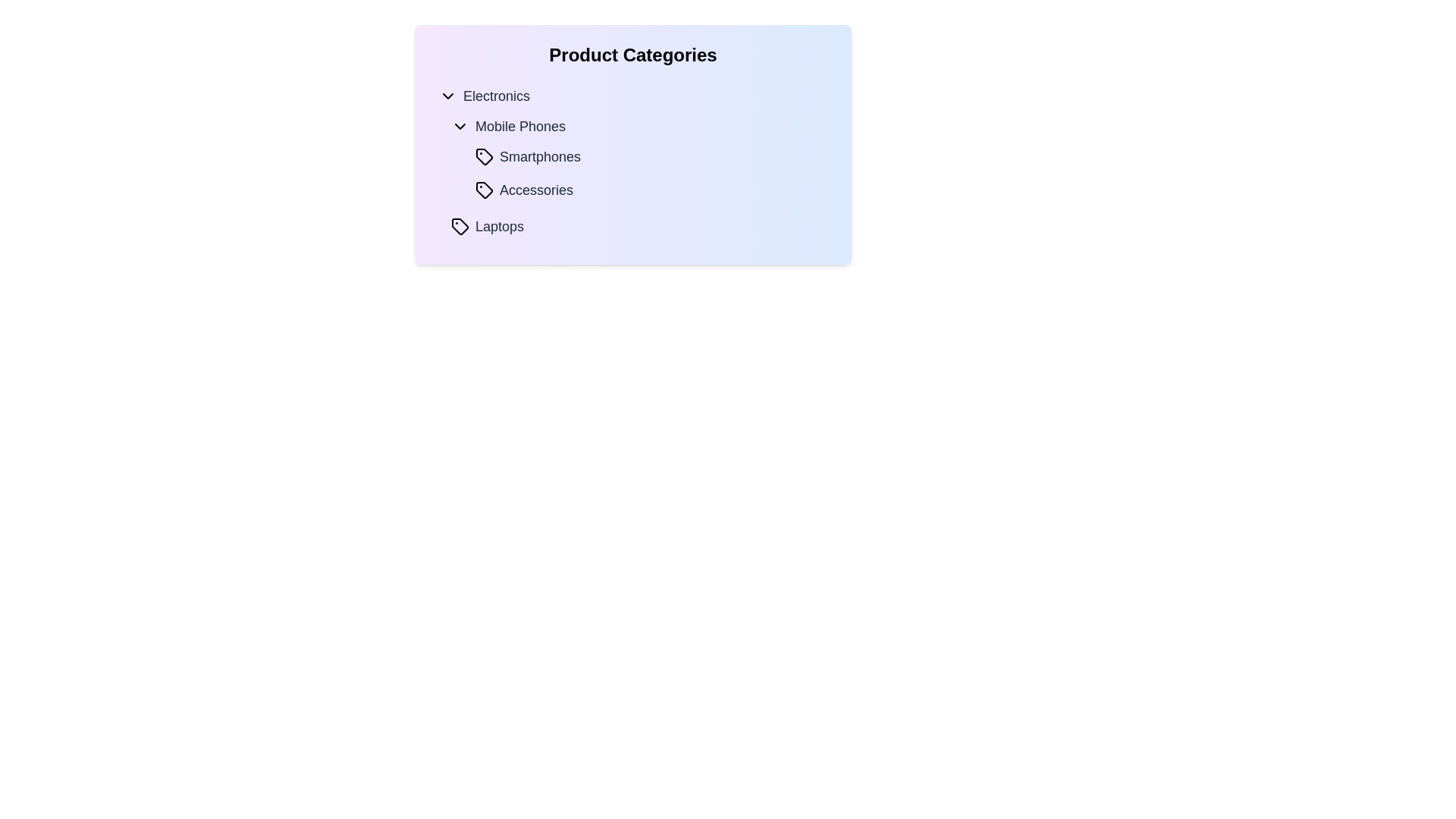 The height and width of the screenshot is (819, 1456). Describe the element at coordinates (633, 55) in the screenshot. I see `the Header Label, which serves as a title or header indicating the section or content below it, positioned at the top center inside a rounded rectangle with a gradient background` at that location.